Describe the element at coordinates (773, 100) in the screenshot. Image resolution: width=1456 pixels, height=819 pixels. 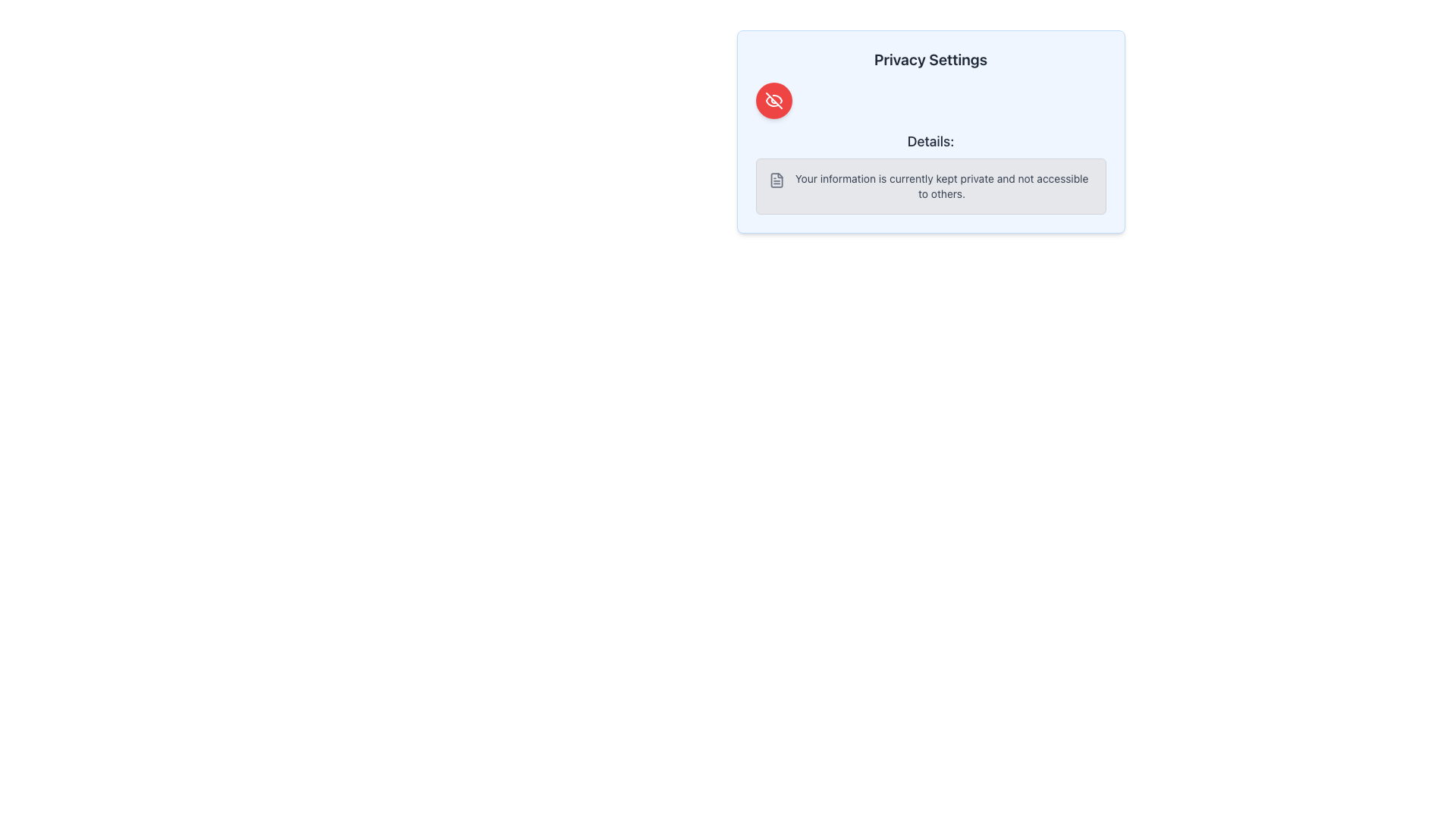
I see `the circular red button with a white eye-off icon in the Privacy Settings card` at that location.